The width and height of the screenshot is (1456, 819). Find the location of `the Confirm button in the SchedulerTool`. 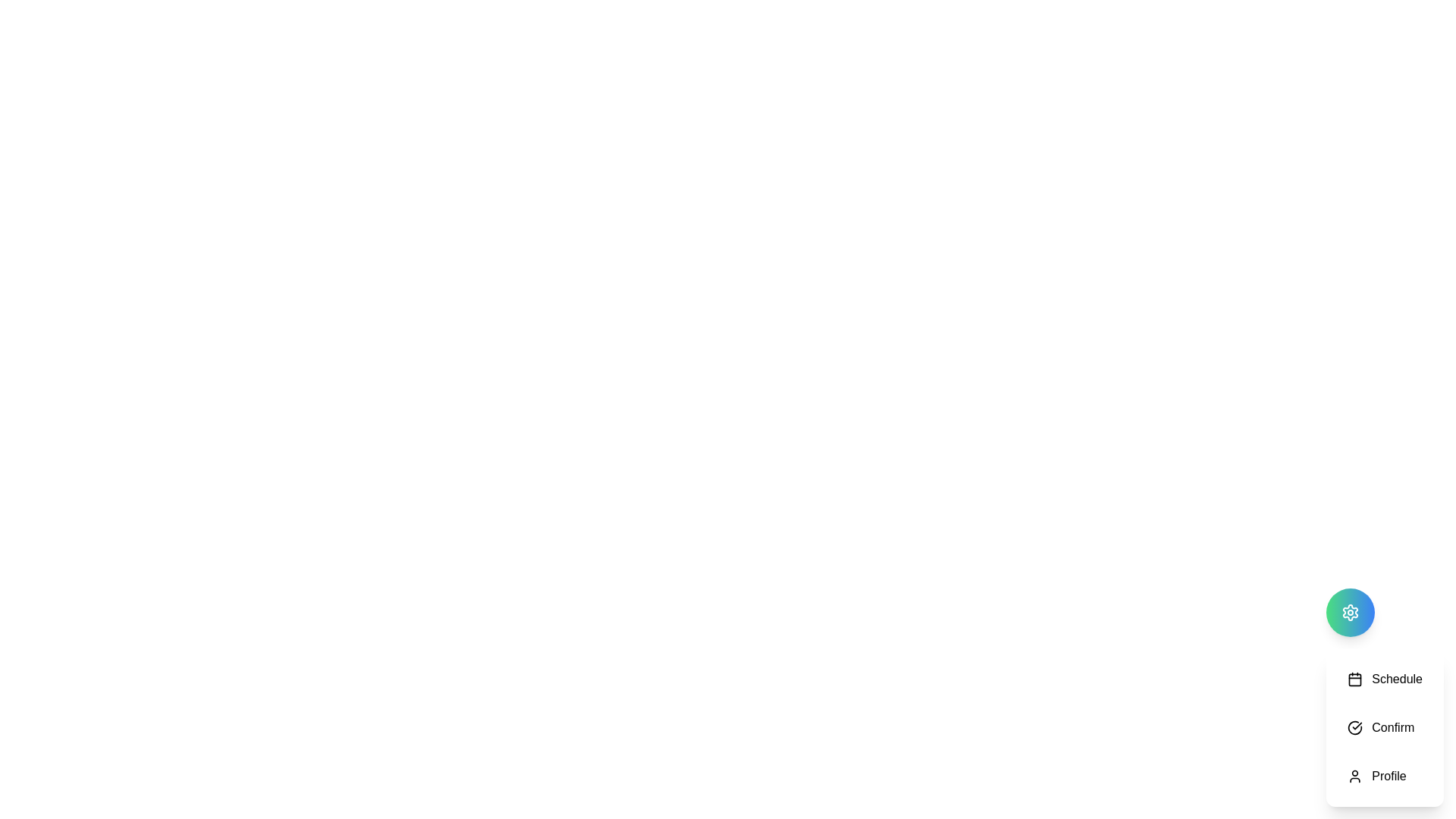

the Confirm button in the SchedulerTool is located at coordinates (1385, 727).